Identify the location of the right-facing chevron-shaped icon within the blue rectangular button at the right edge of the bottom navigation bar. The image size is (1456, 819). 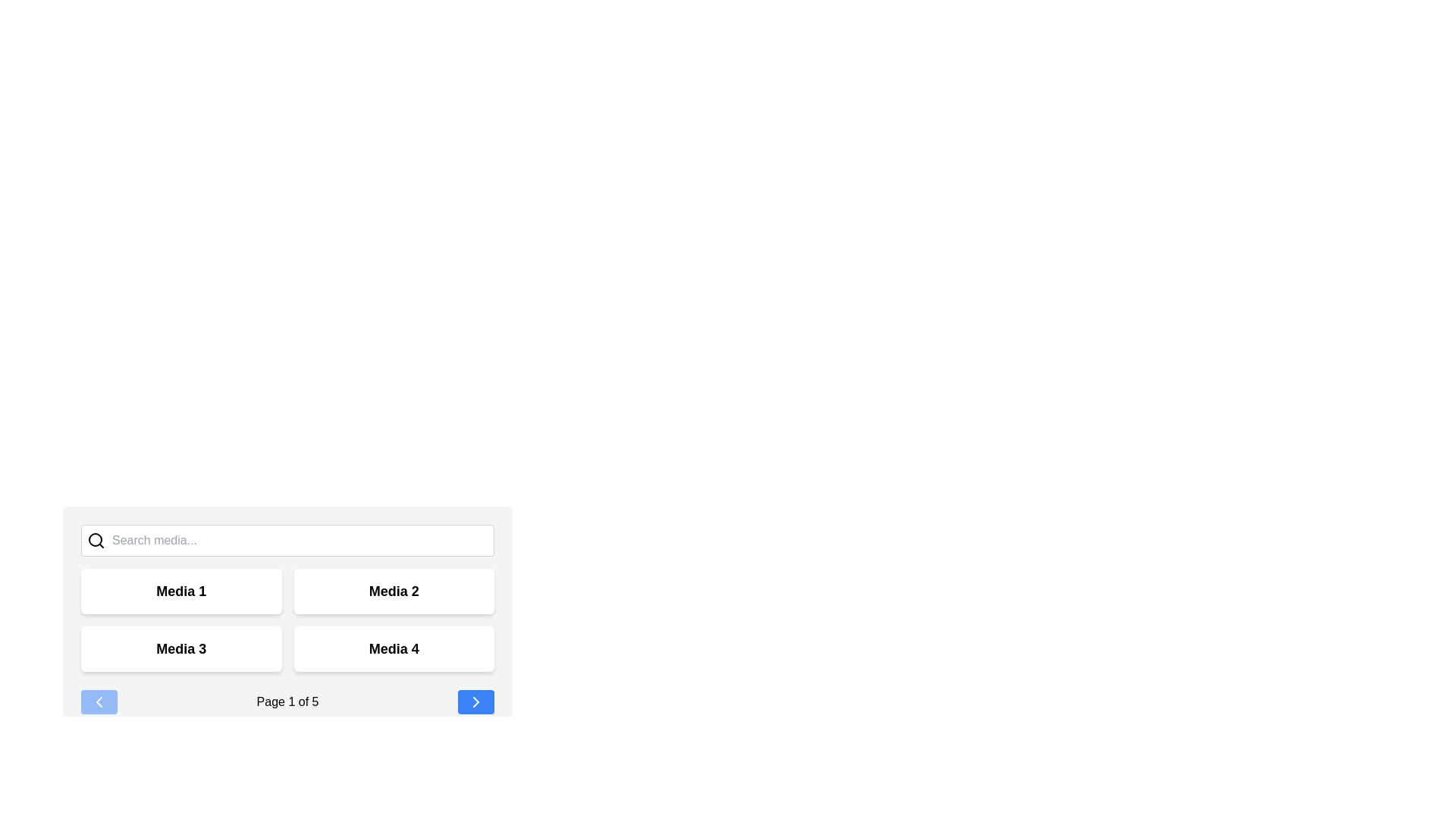
(475, 701).